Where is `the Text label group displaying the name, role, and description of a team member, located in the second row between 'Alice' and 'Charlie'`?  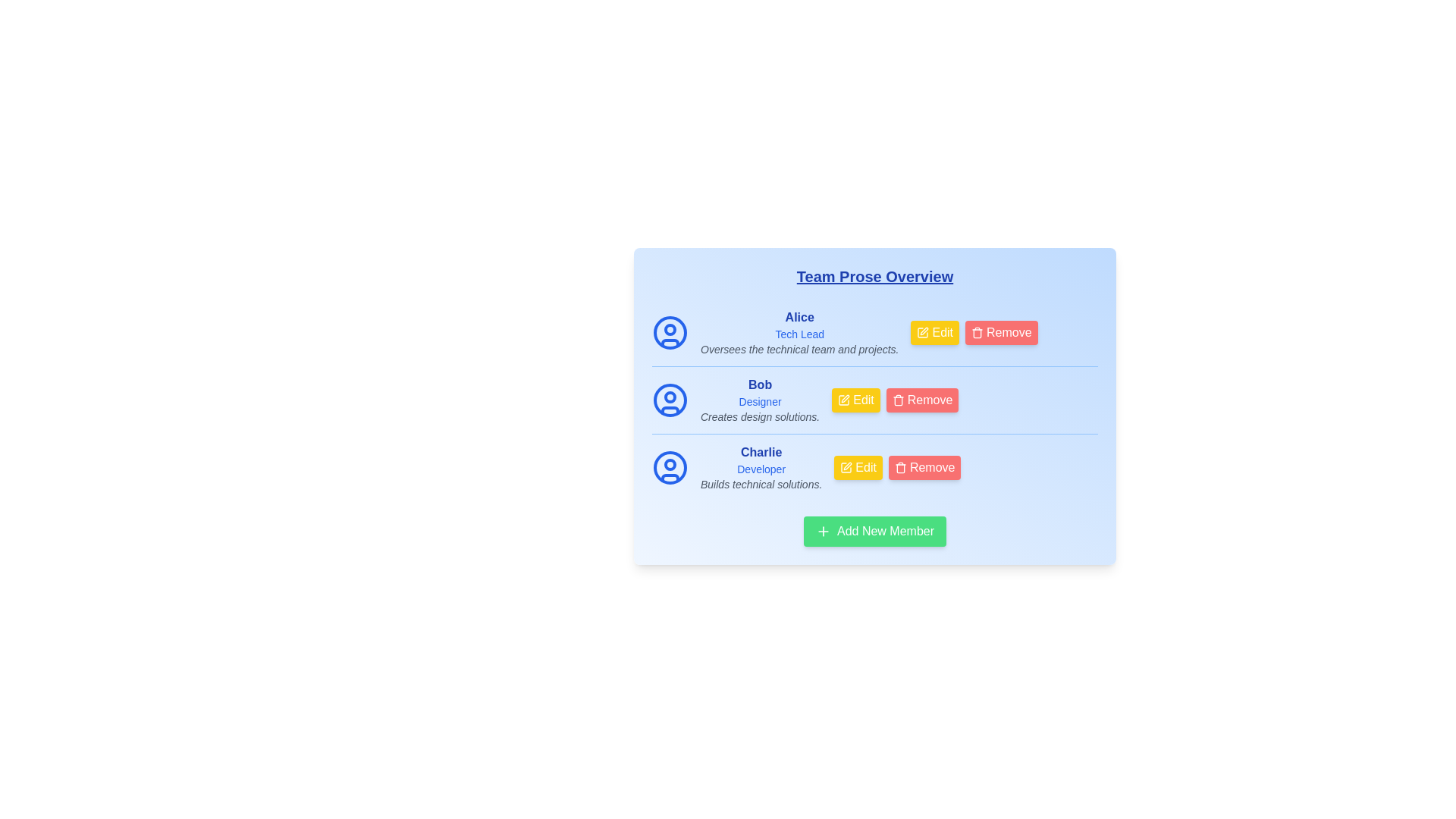 the Text label group displaying the name, role, and description of a team member, located in the second row between 'Alice' and 'Charlie' is located at coordinates (760, 400).